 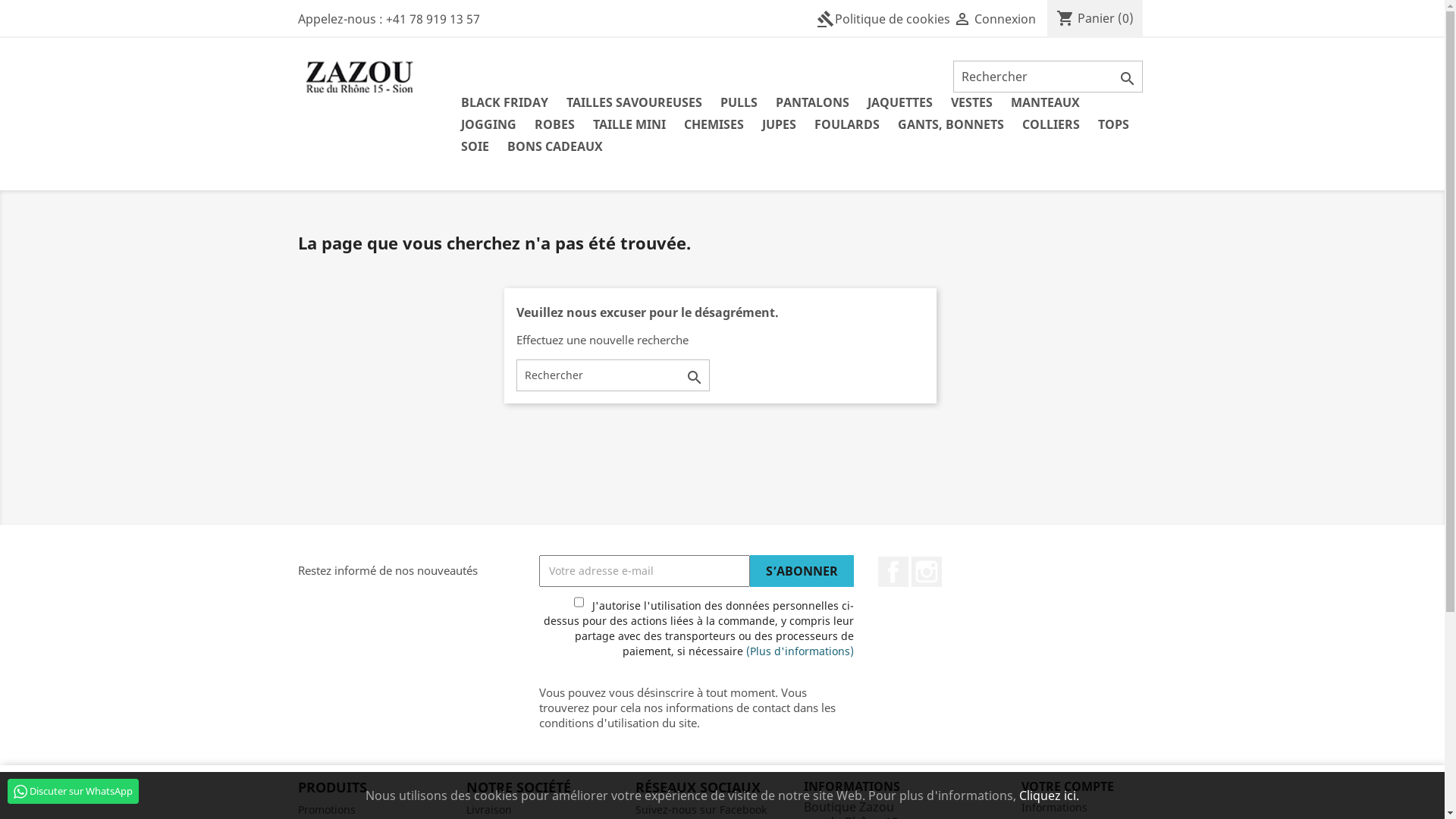 I want to click on 'VESTES', so click(x=971, y=102).